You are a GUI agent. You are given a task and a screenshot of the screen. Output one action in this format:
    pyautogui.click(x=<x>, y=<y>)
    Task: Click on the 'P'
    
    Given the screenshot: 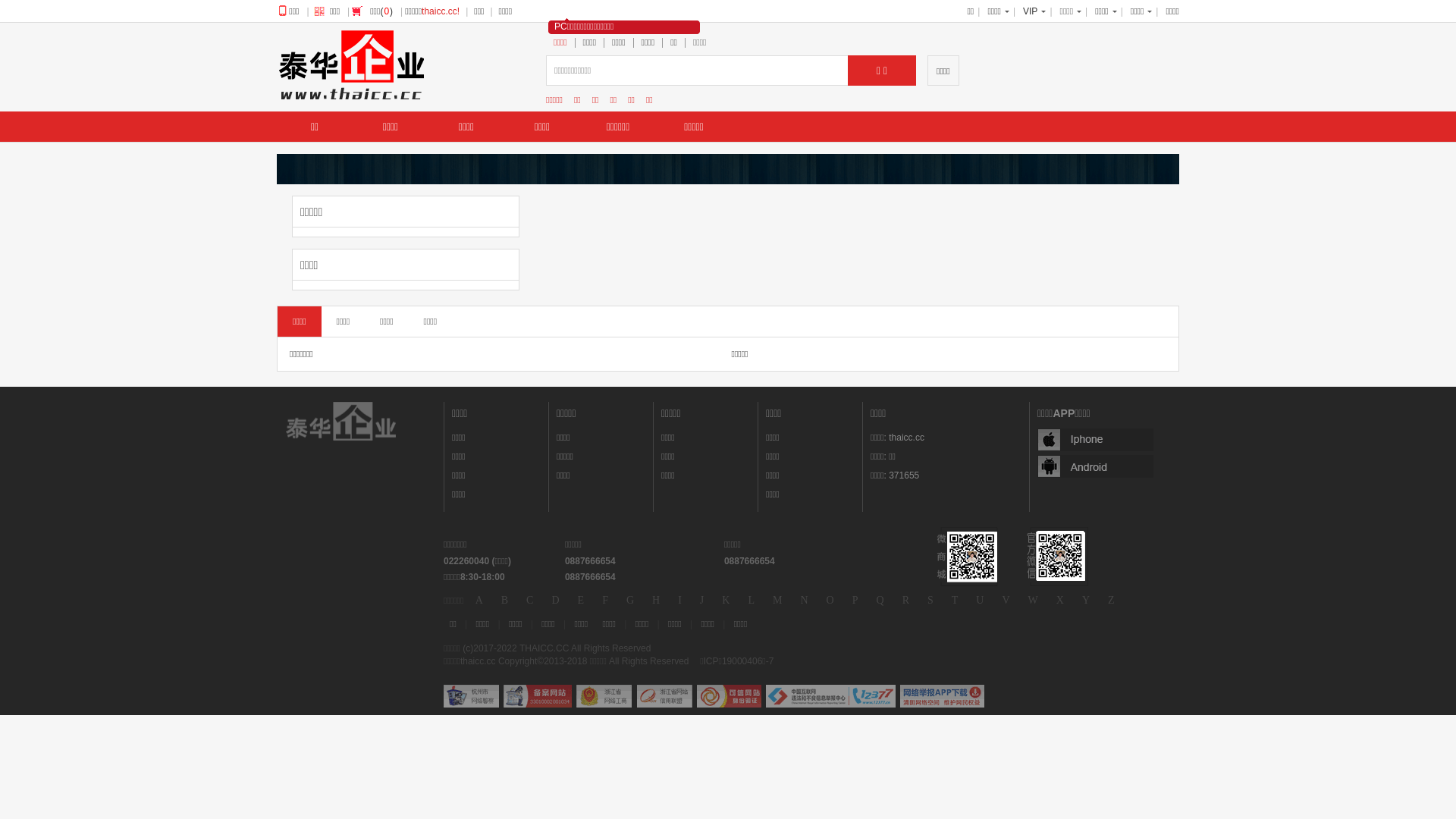 What is the action you would take?
    pyautogui.click(x=855, y=599)
    